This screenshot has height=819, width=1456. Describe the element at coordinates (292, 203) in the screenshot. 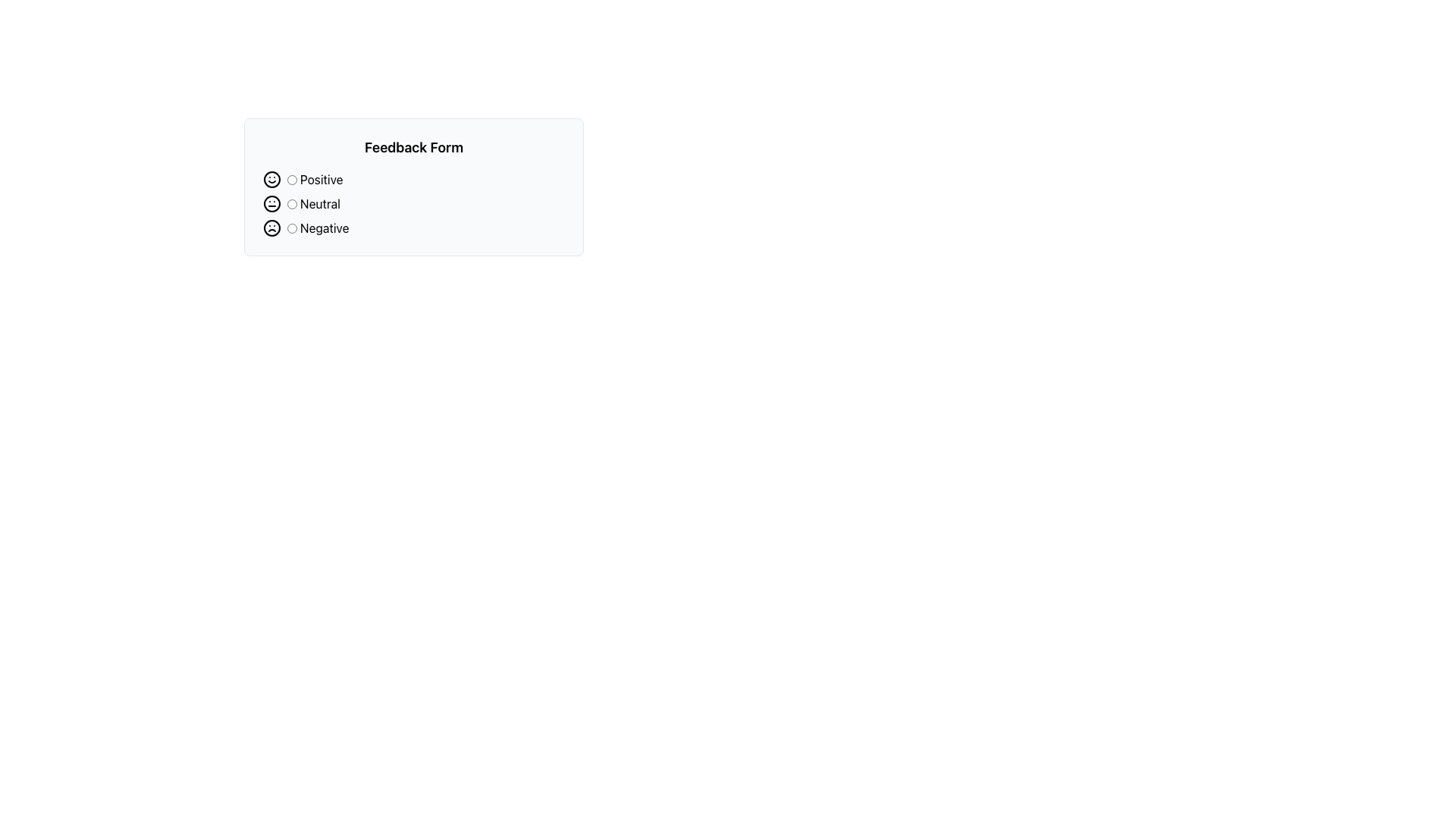

I see `the 'Neutral' radio button` at that location.